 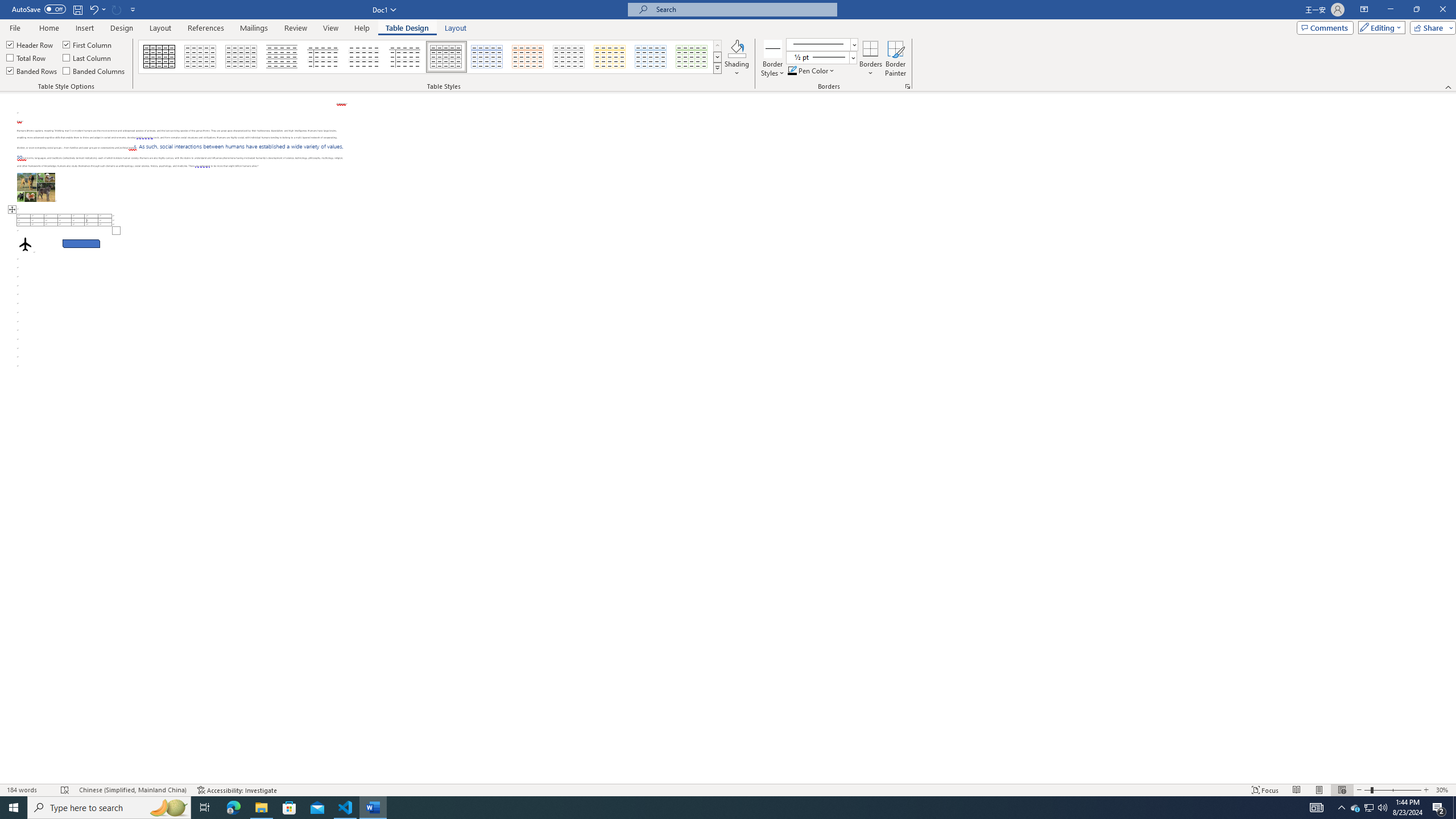 I want to click on 'Spelling and Grammar Check Errors', so click(x=65, y=790).